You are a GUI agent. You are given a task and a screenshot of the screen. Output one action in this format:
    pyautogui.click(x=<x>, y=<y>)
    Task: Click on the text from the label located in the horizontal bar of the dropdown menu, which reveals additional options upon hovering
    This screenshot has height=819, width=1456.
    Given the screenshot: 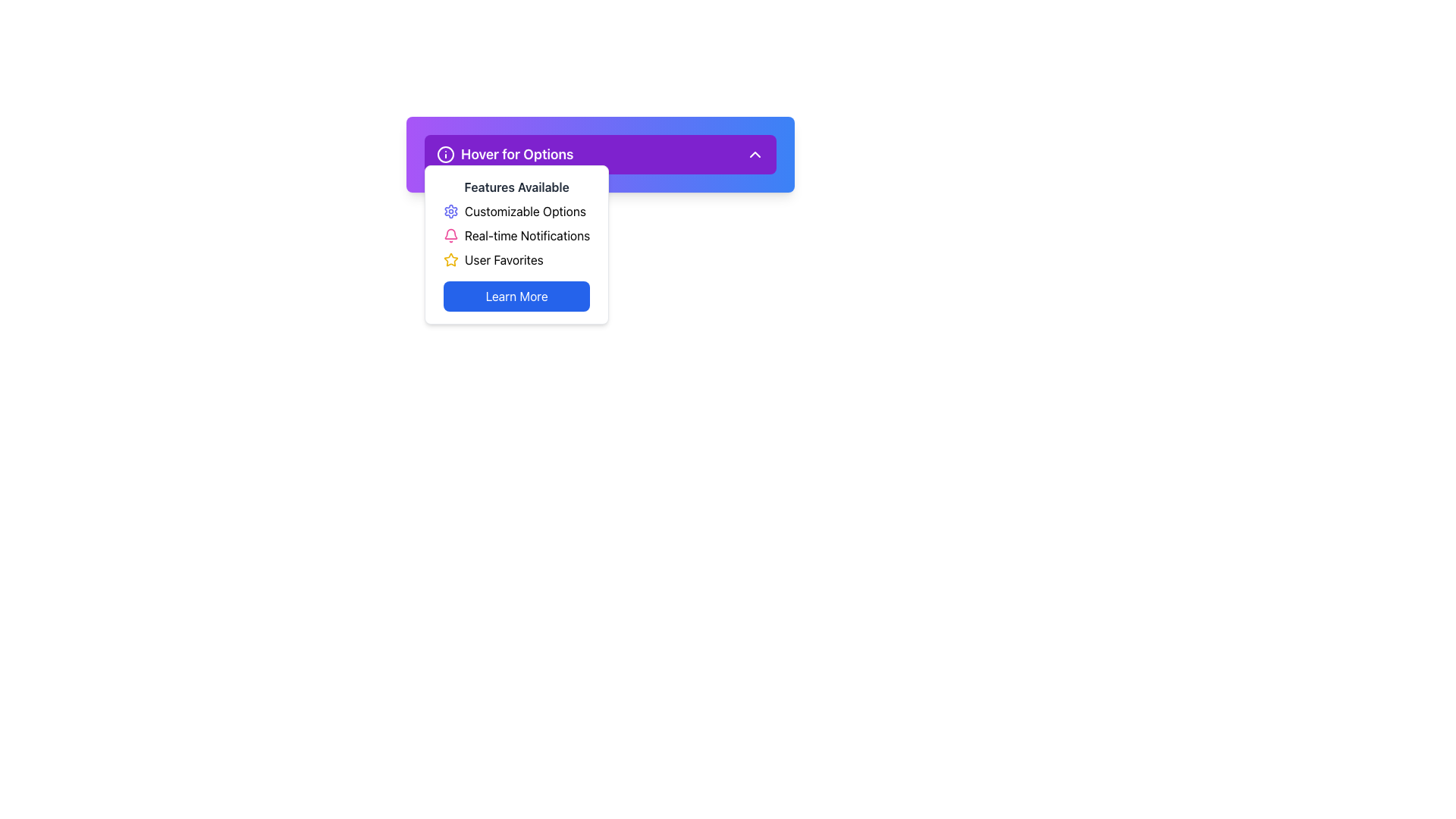 What is the action you would take?
    pyautogui.click(x=517, y=155)
    